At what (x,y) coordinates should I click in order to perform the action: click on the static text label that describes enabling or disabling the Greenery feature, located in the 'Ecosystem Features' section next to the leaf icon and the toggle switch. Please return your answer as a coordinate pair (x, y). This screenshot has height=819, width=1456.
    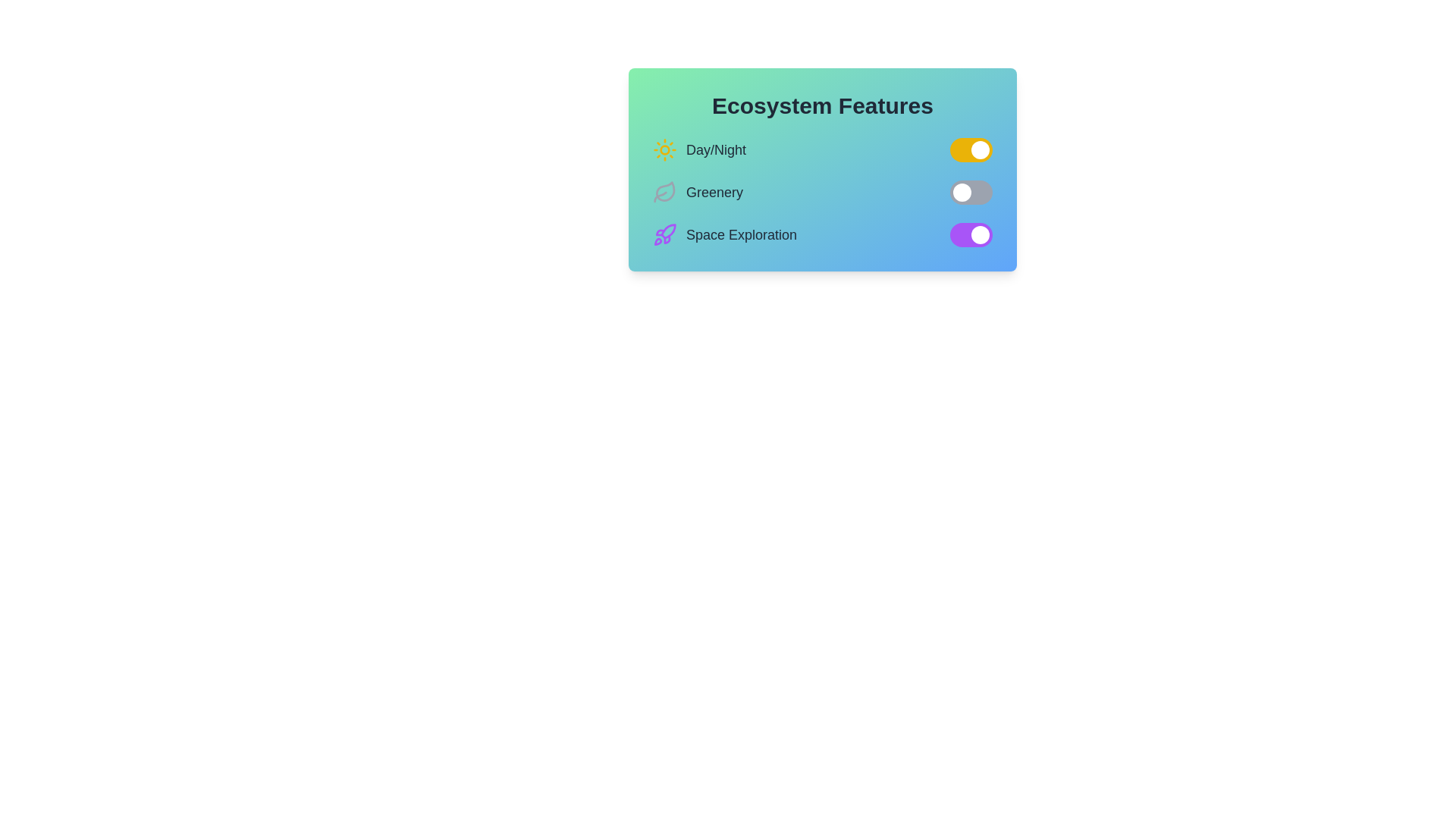
    Looking at the image, I should click on (714, 192).